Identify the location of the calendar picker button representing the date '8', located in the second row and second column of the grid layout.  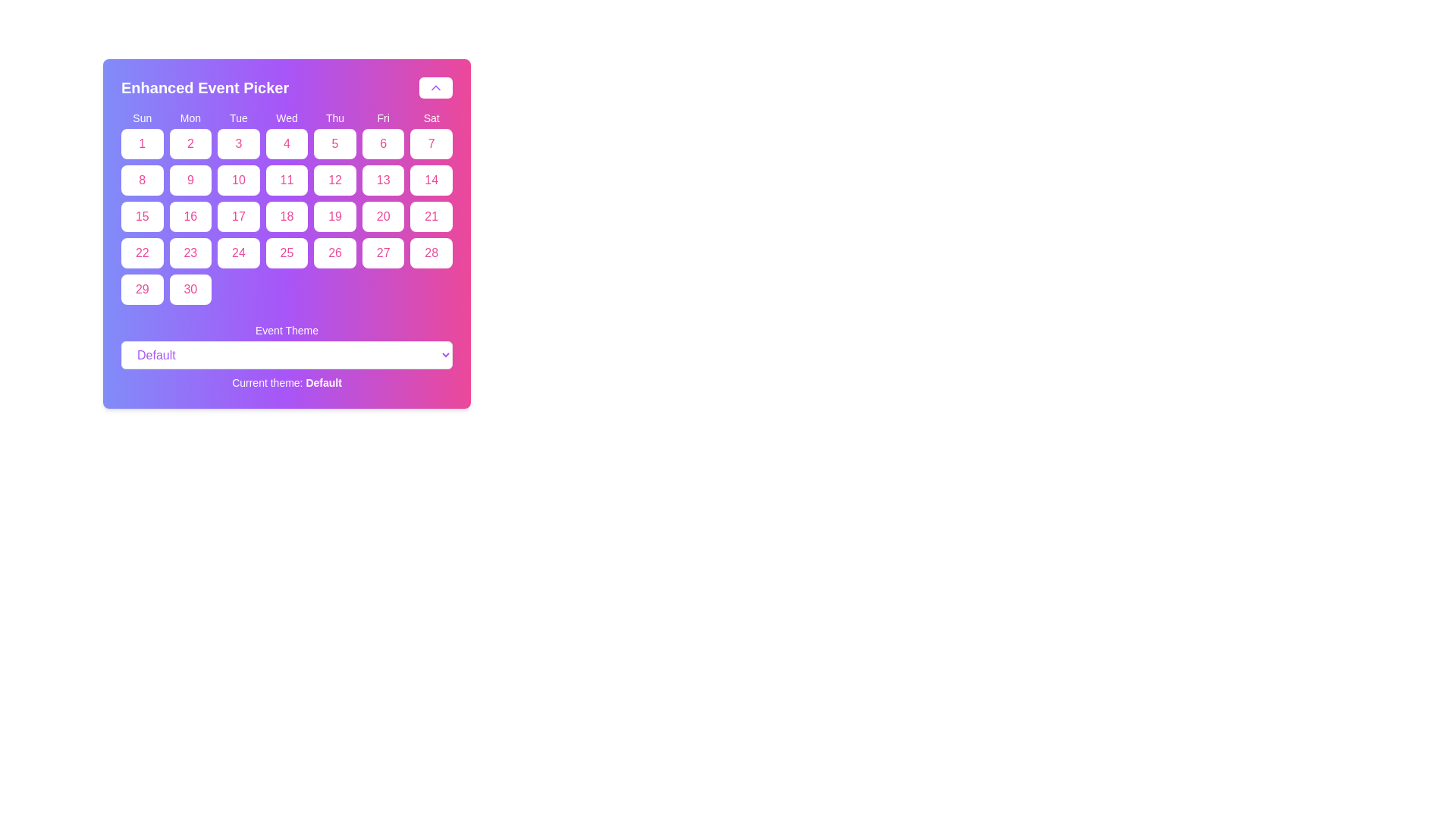
(142, 180).